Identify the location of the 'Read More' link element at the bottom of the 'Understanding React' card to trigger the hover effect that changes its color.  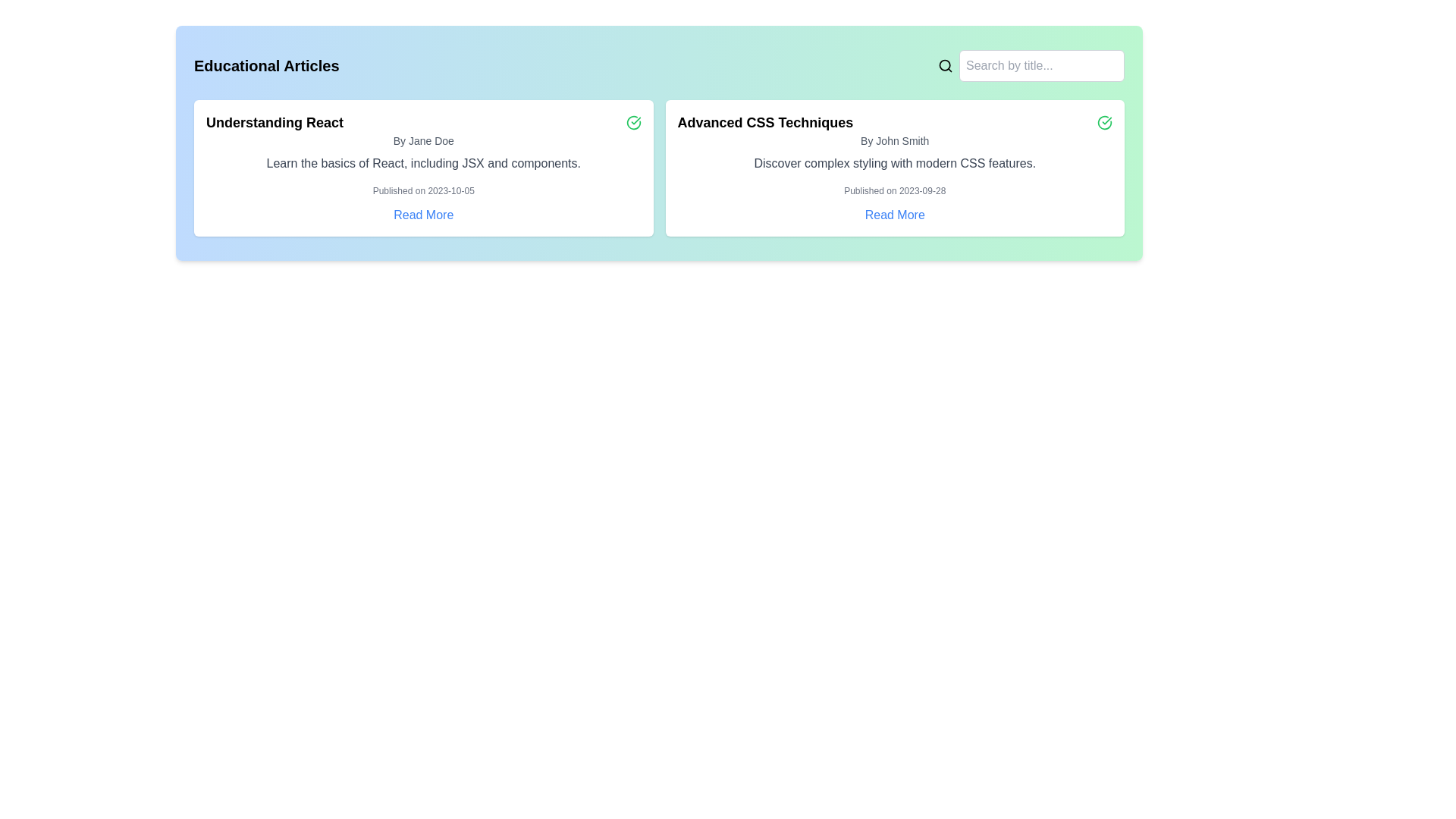
(423, 215).